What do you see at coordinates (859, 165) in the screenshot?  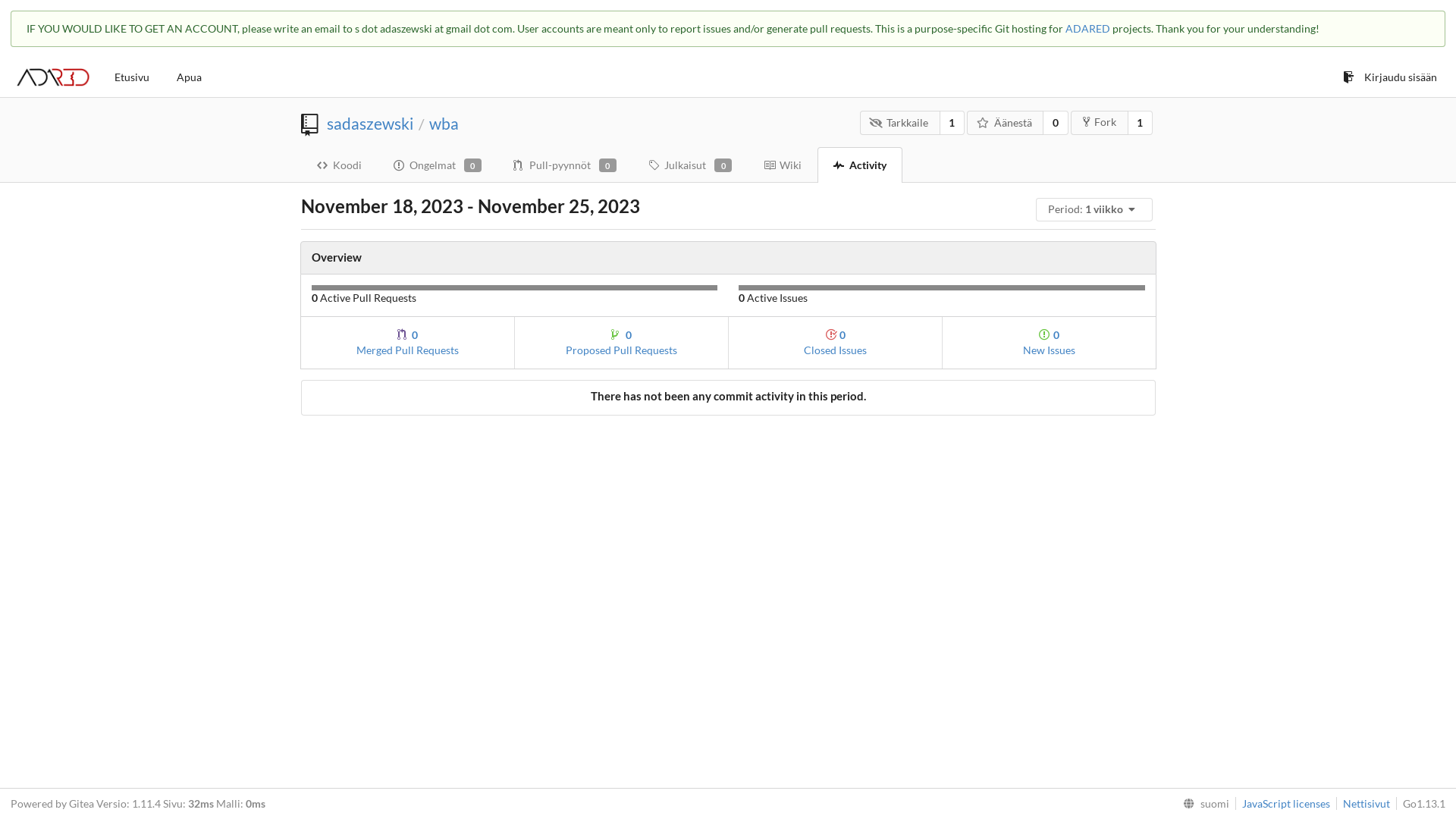 I see `'Activity'` at bounding box center [859, 165].